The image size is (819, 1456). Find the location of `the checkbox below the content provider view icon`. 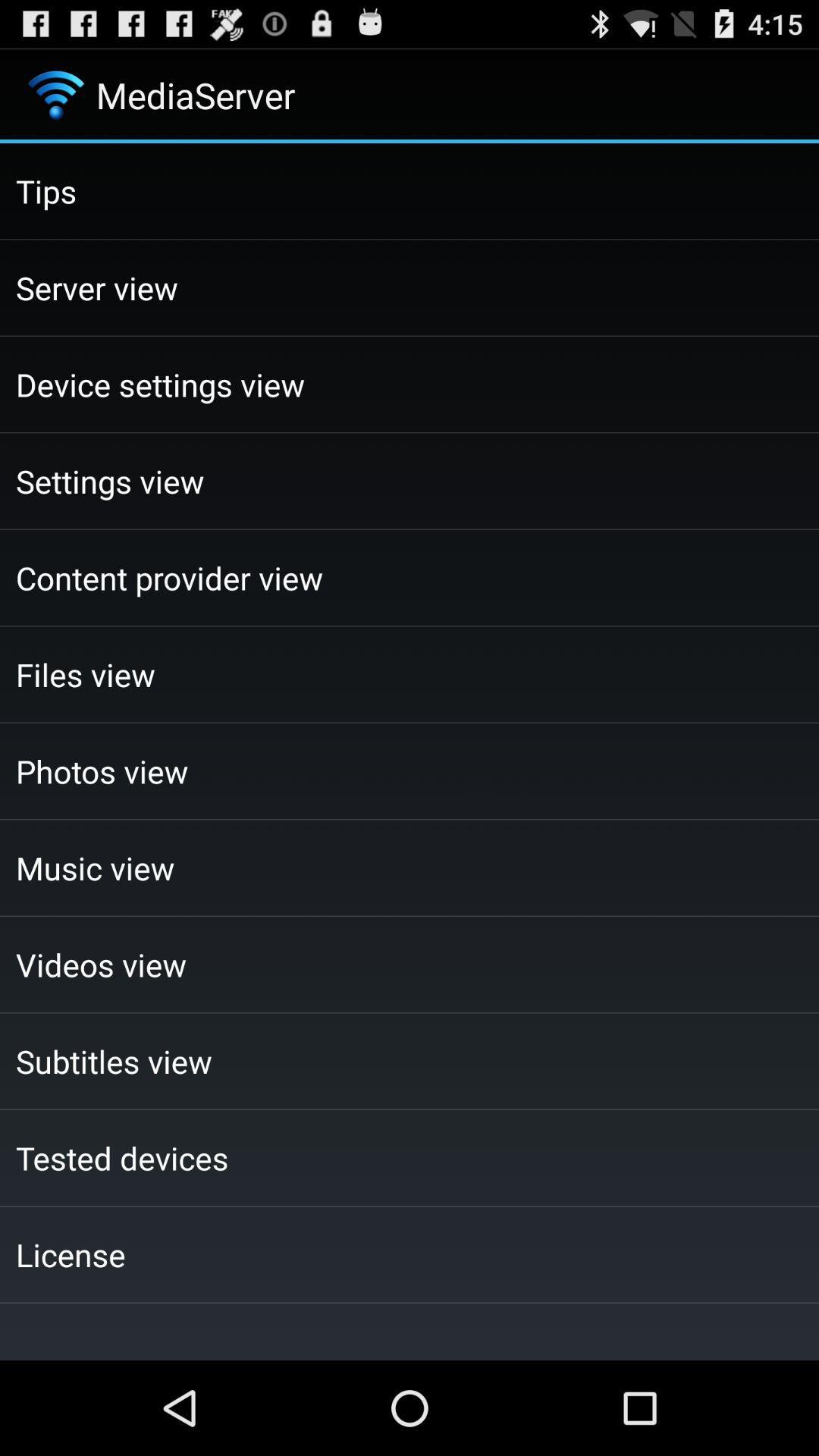

the checkbox below the content provider view icon is located at coordinates (409, 673).